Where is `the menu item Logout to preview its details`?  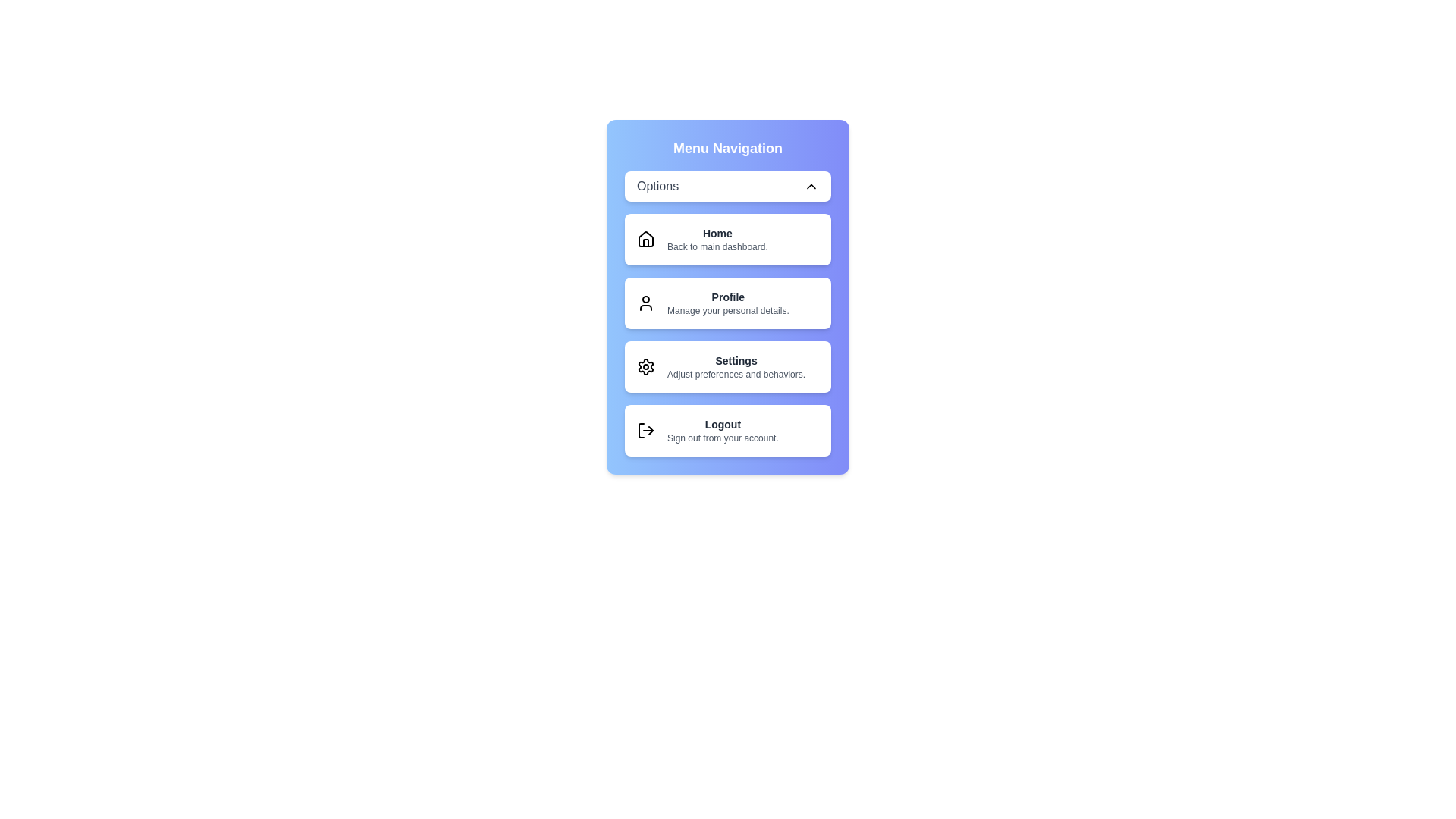
the menu item Logout to preview its details is located at coordinates (728, 430).